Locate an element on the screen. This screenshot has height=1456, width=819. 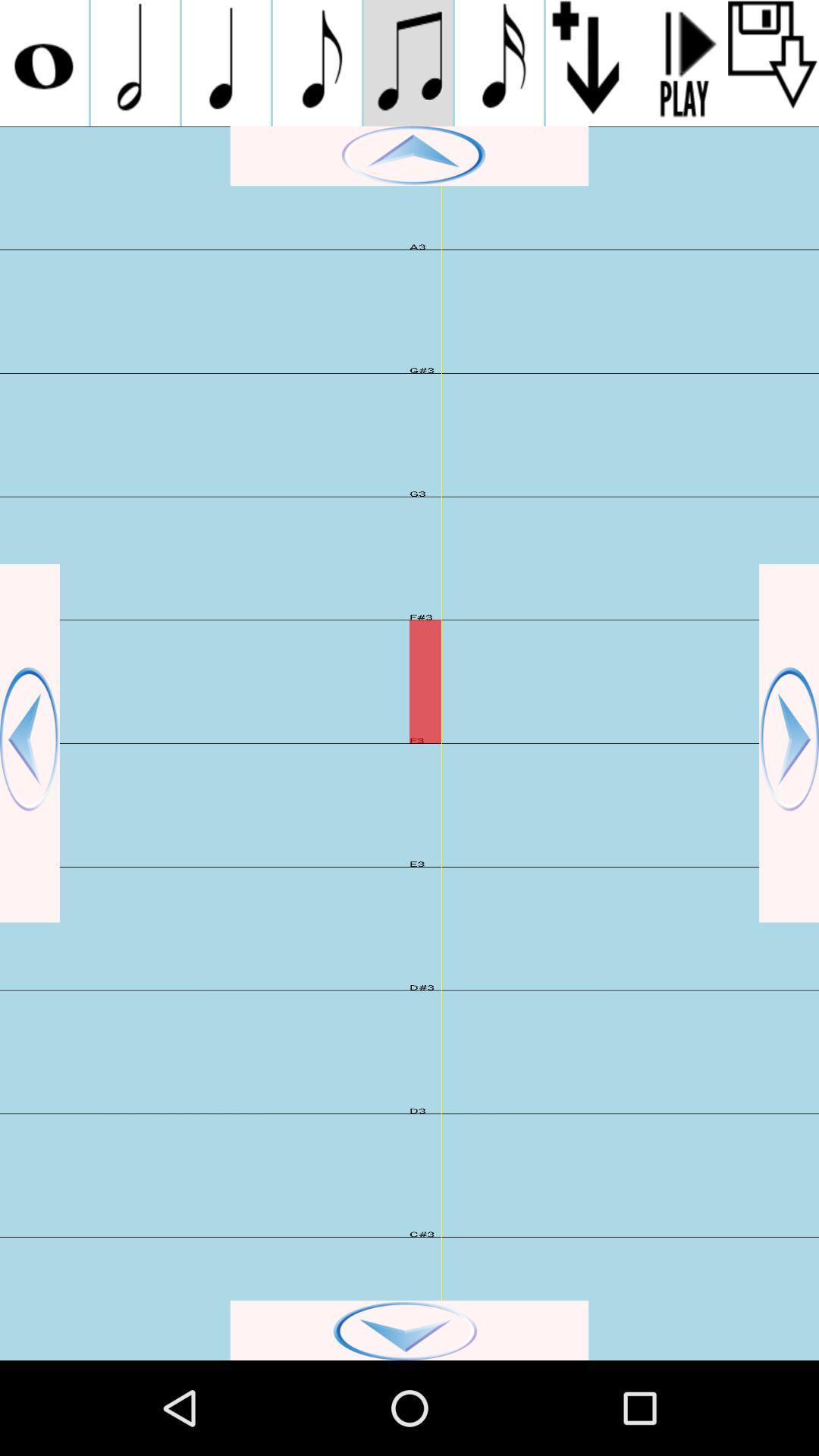
selected note is located at coordinates (590, 62).